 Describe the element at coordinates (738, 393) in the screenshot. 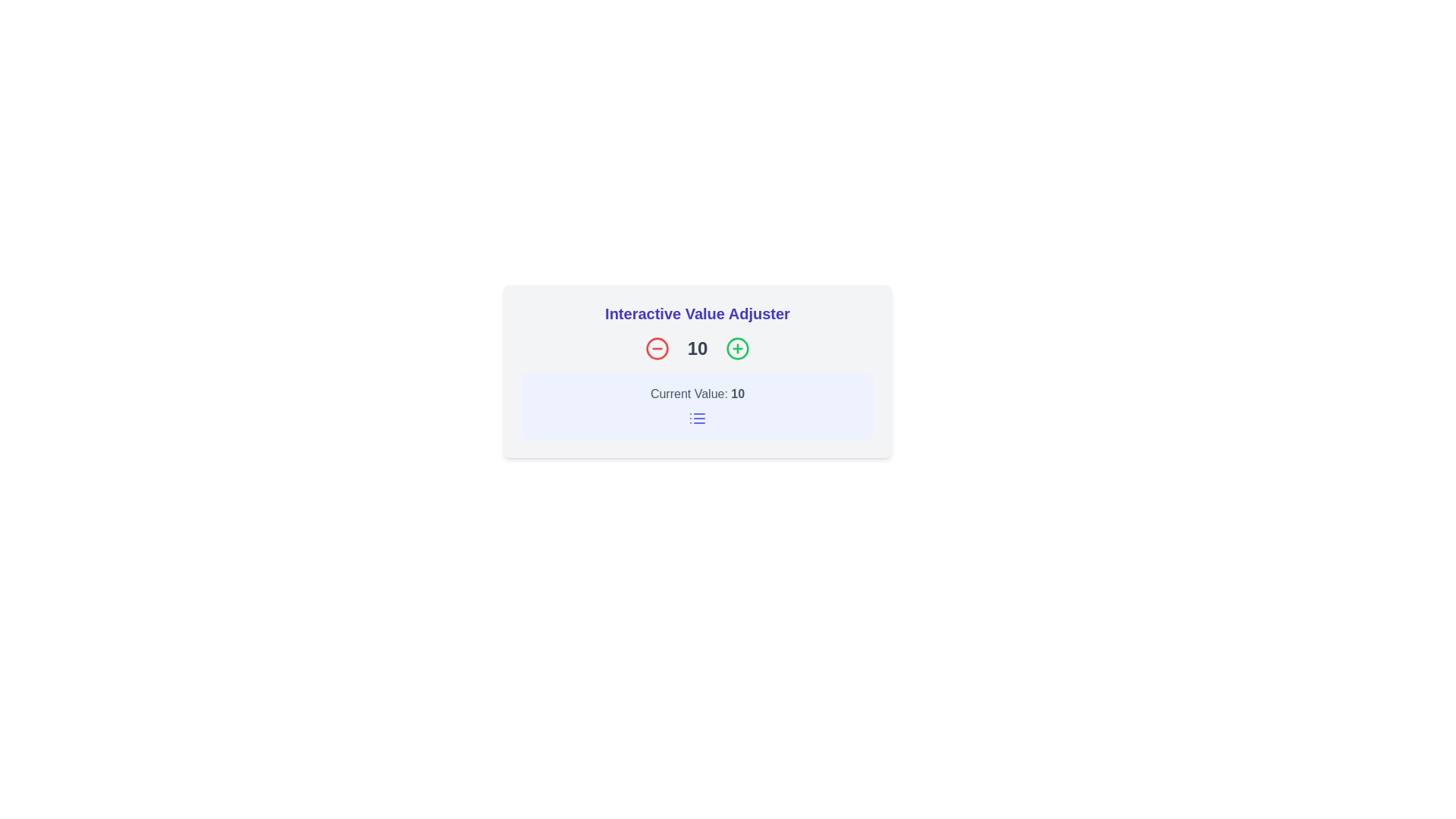

I see `the text label displaying the number '10', which is part of the phrase 'Current Value: 10', located below the header and icon row` at that location.